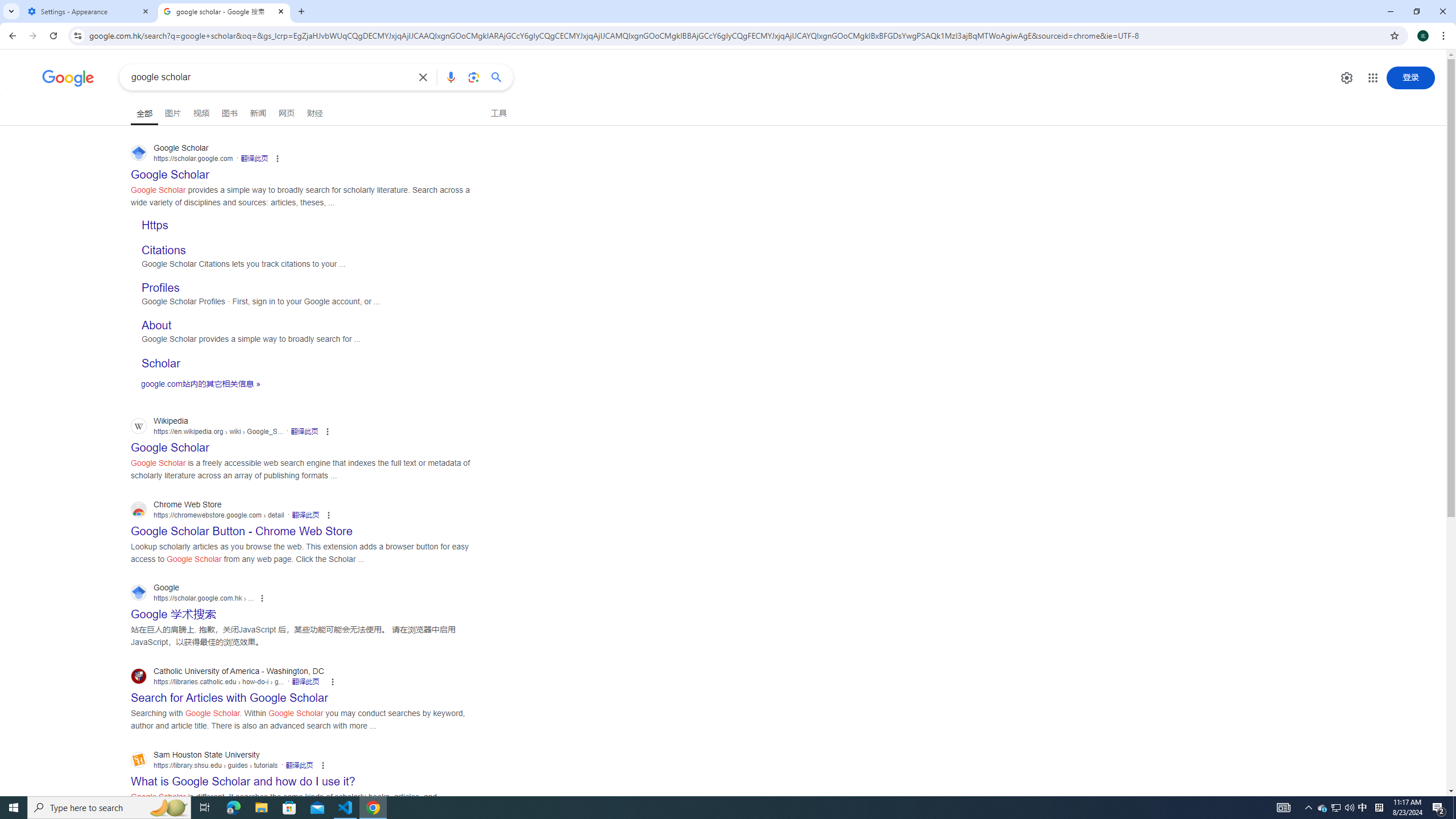 The image size is (1456, 819). I want to click on ' Google Scholar Google Scholar https://scholar.google.com', so click(169, 171).